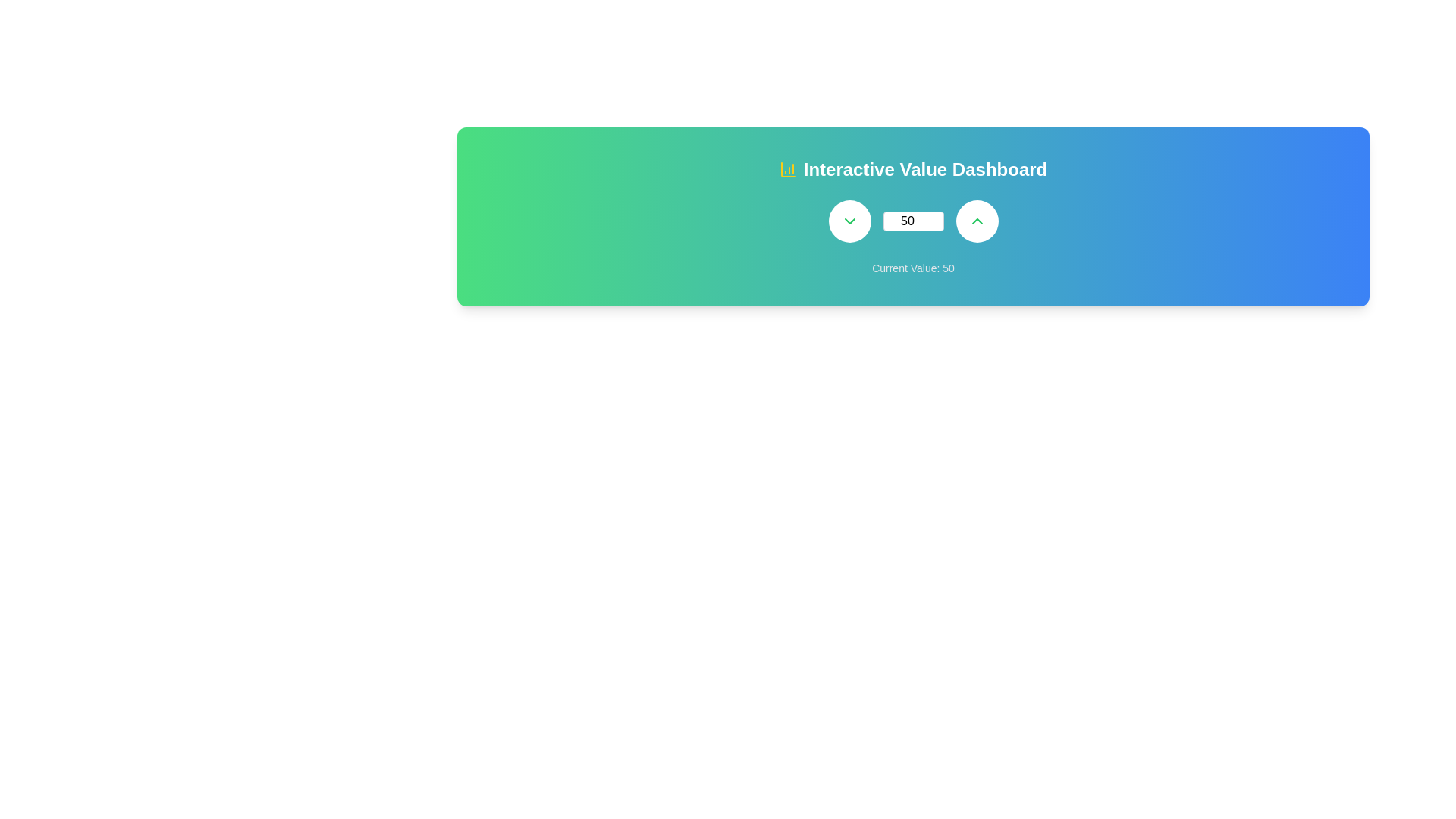 This screenshot has width=1456, height=819. What do you see at coordinates (849, 221) in the screenshot?
I see `the chevron-down icon located within the green circular button` at bounding box center [849, 221].